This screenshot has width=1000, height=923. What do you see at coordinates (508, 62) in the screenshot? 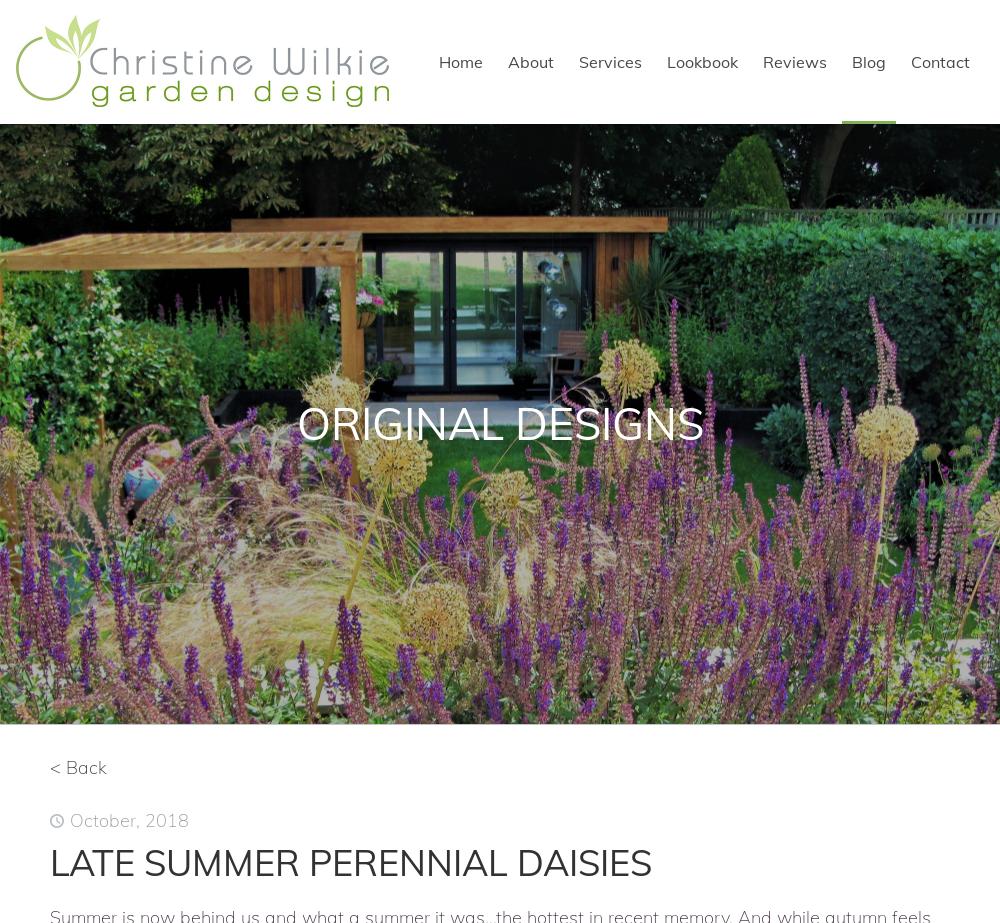
I see `'About'` at bounding box center [508, 62].